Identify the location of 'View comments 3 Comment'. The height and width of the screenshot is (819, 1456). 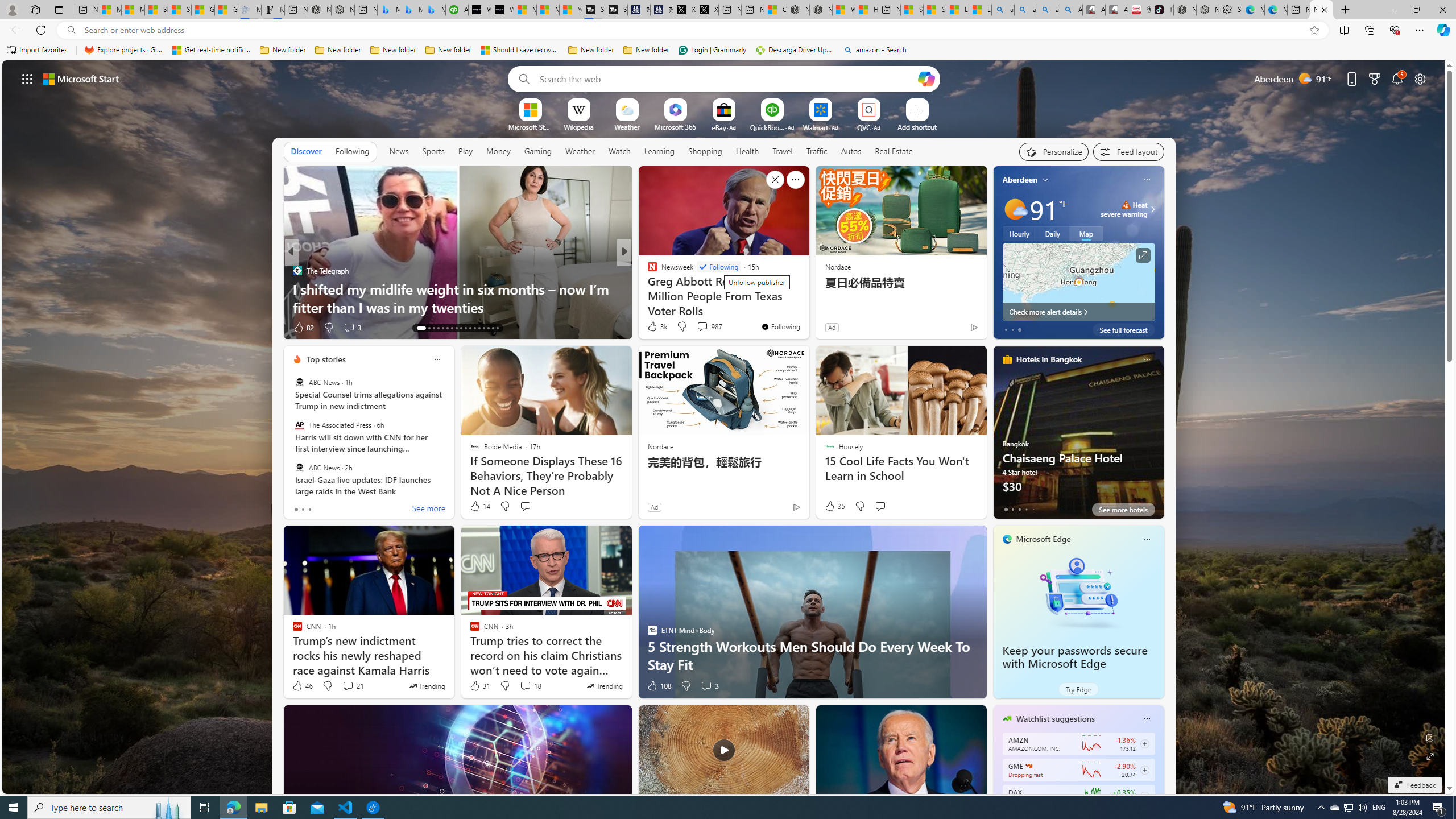
(709, 686).